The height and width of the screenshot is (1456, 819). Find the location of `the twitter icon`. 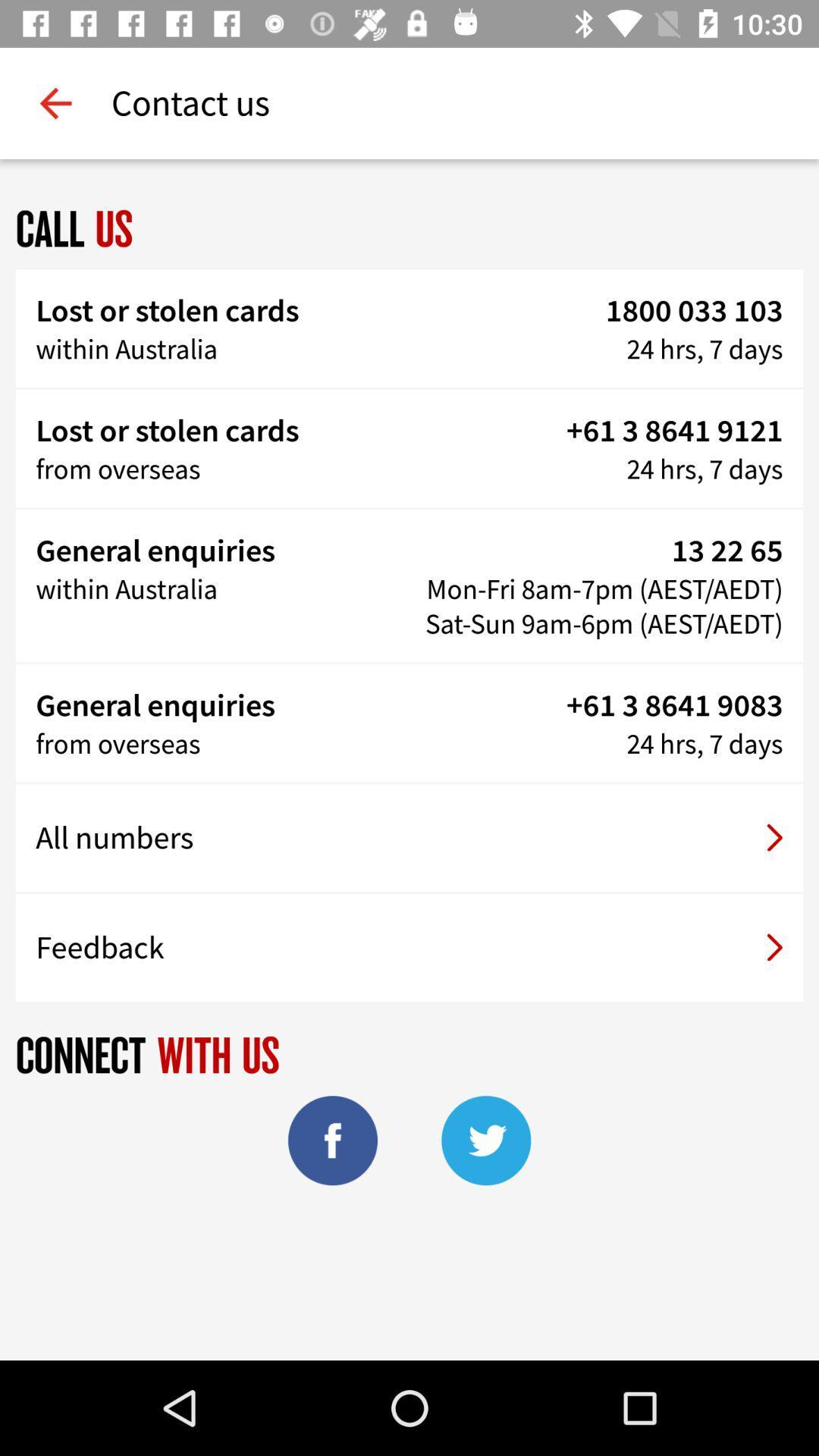

the twitter icon is located at coordinates (486, 1141).